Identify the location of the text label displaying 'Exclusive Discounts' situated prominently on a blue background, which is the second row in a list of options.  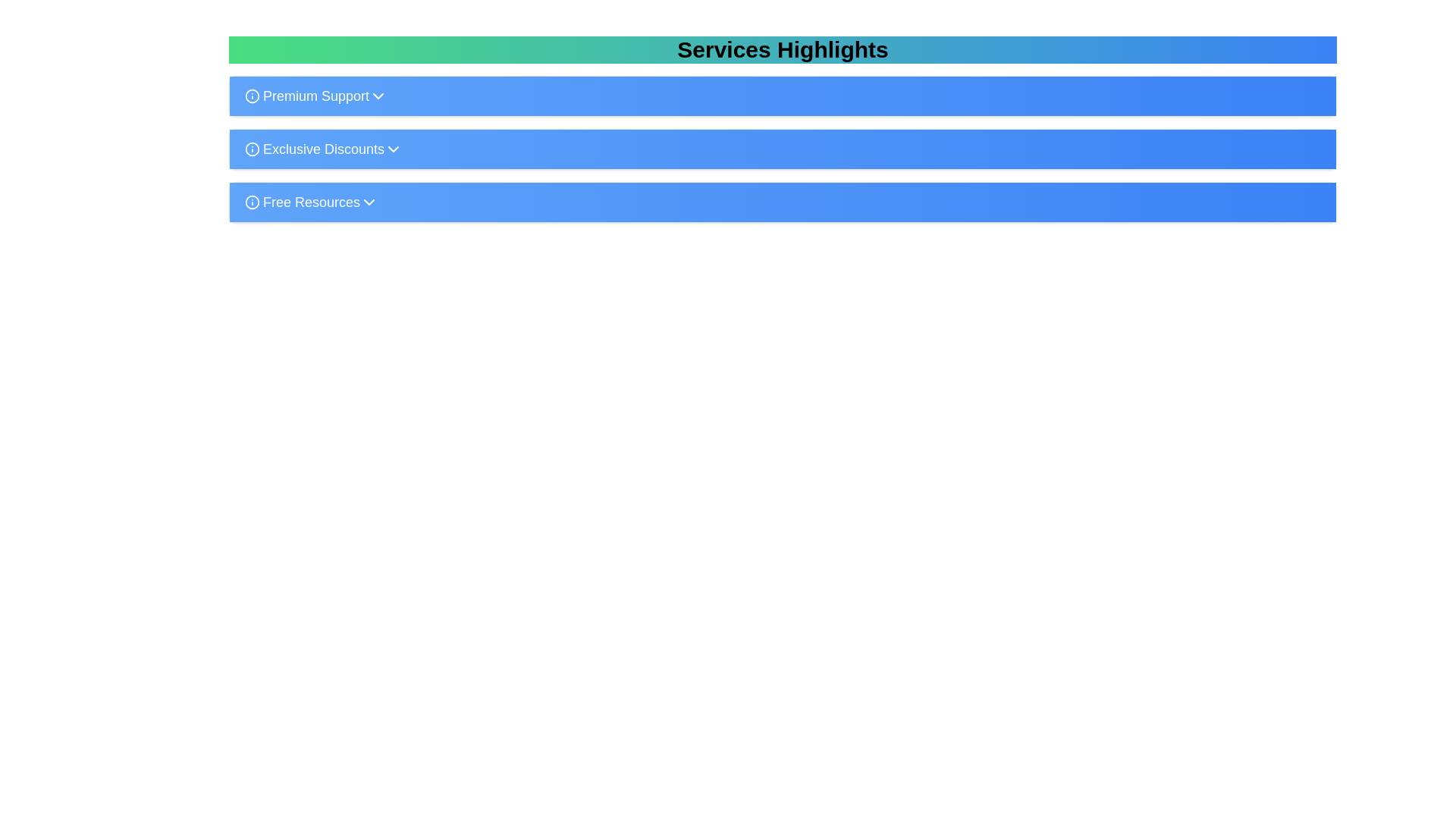
(323, 149).